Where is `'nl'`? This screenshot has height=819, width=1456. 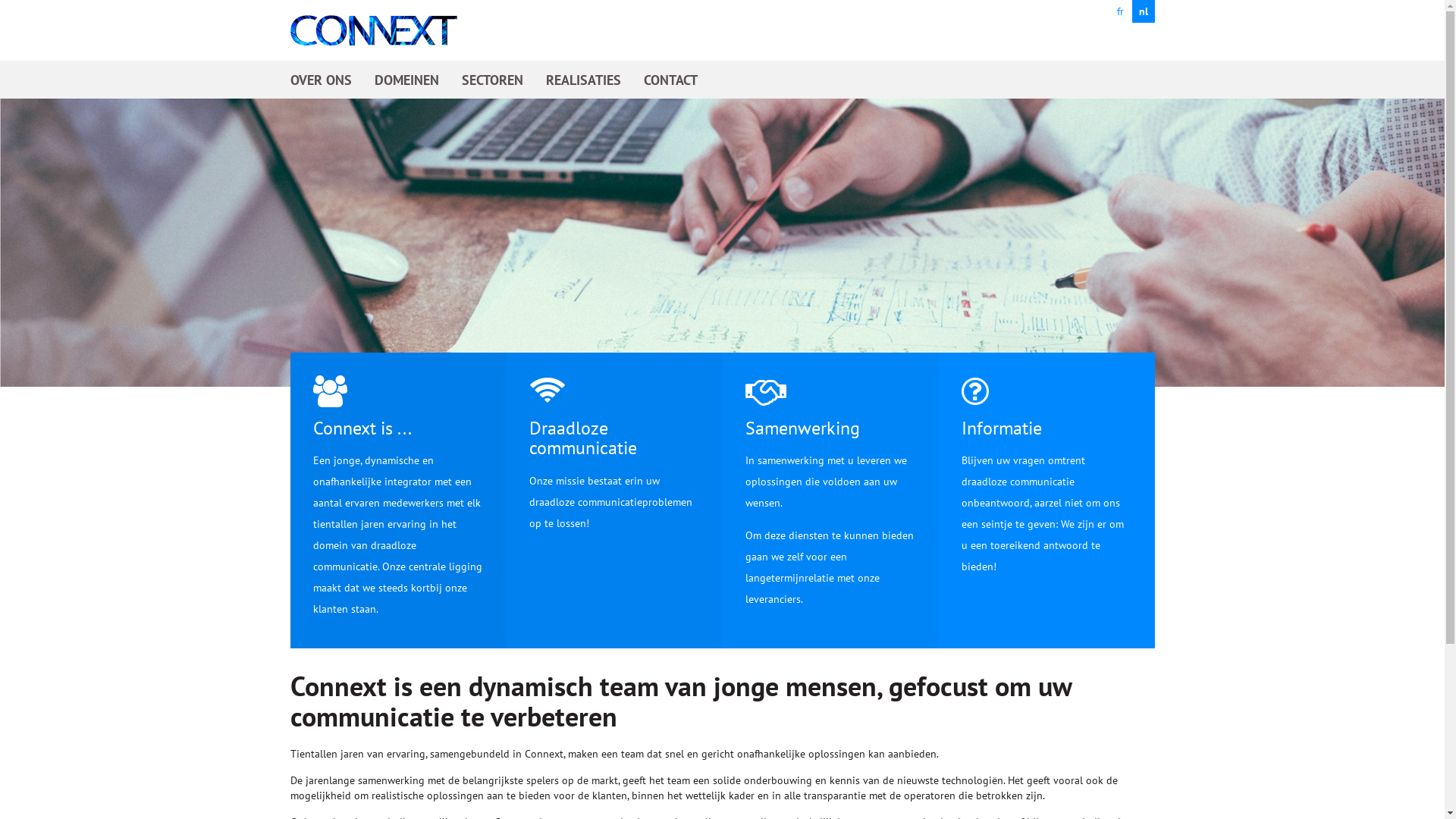
'nl' is located at coordinates (1143, 11).